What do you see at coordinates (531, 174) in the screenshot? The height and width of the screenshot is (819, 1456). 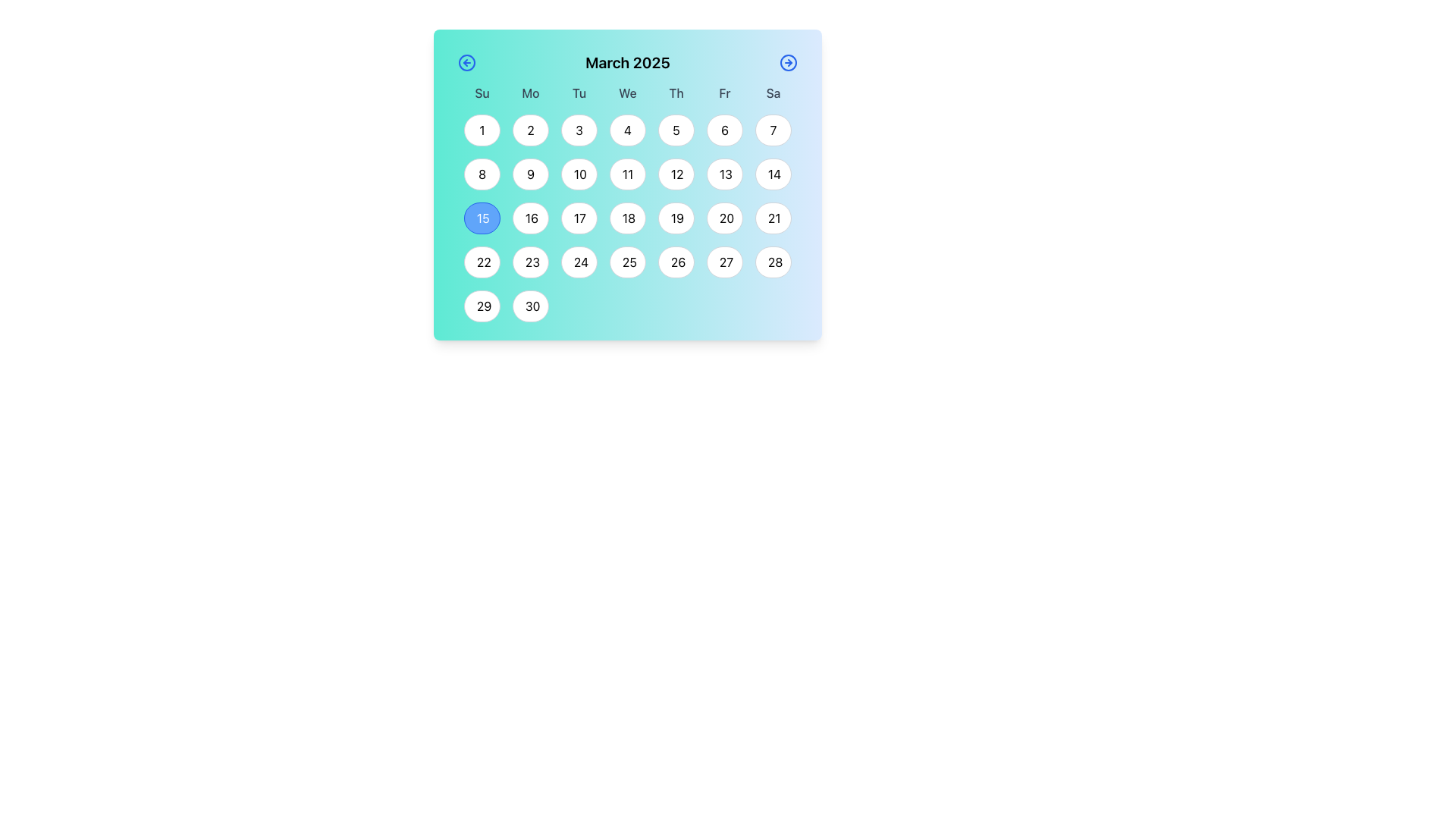 I see `the button representing the 9th day of the month in the calendar grid under the 'Mo' header` at bounding box center [531, 174].